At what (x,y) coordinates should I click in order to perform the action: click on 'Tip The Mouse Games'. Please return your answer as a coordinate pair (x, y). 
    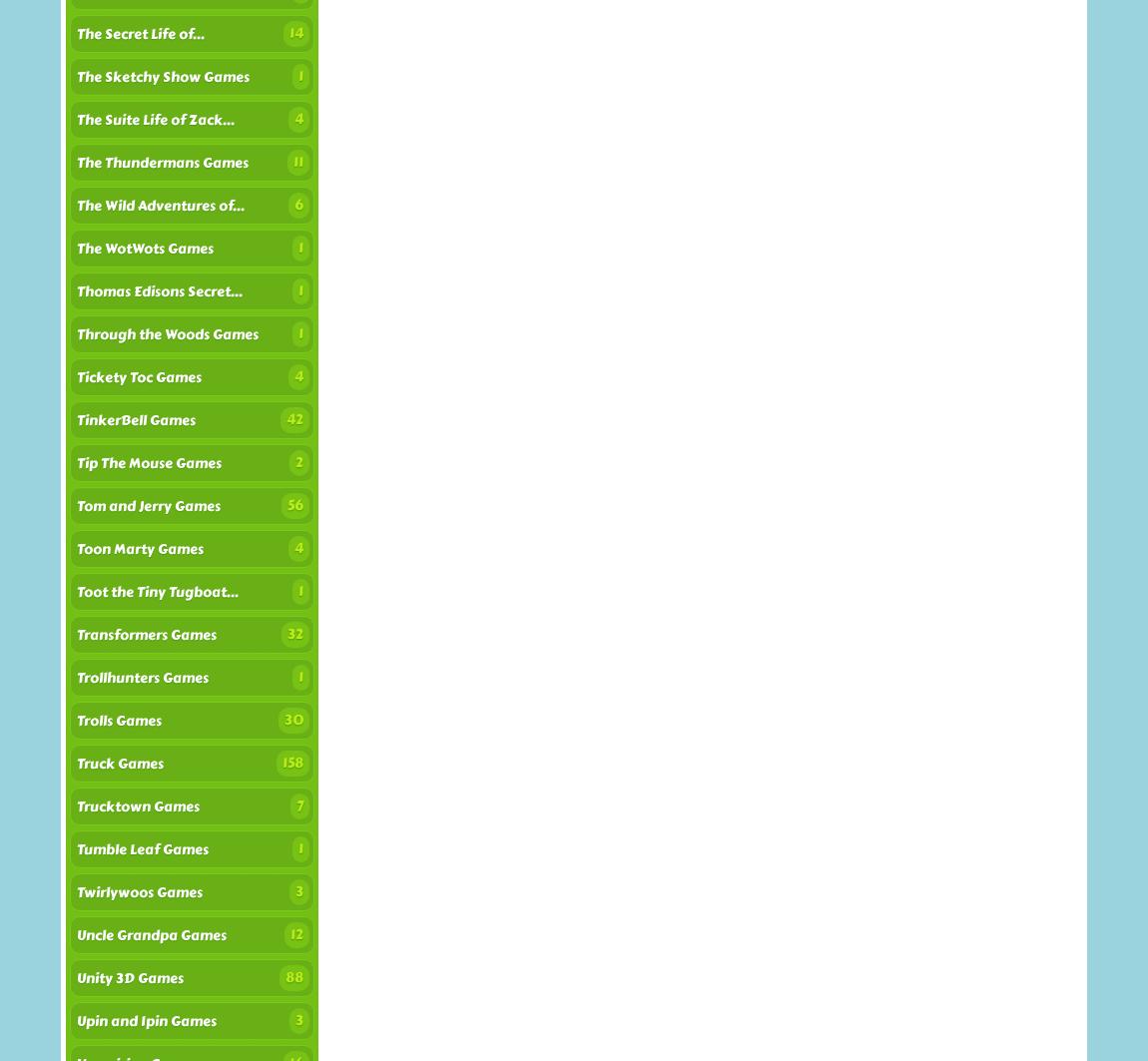
    Looking at the image, I should click on (148, 463).